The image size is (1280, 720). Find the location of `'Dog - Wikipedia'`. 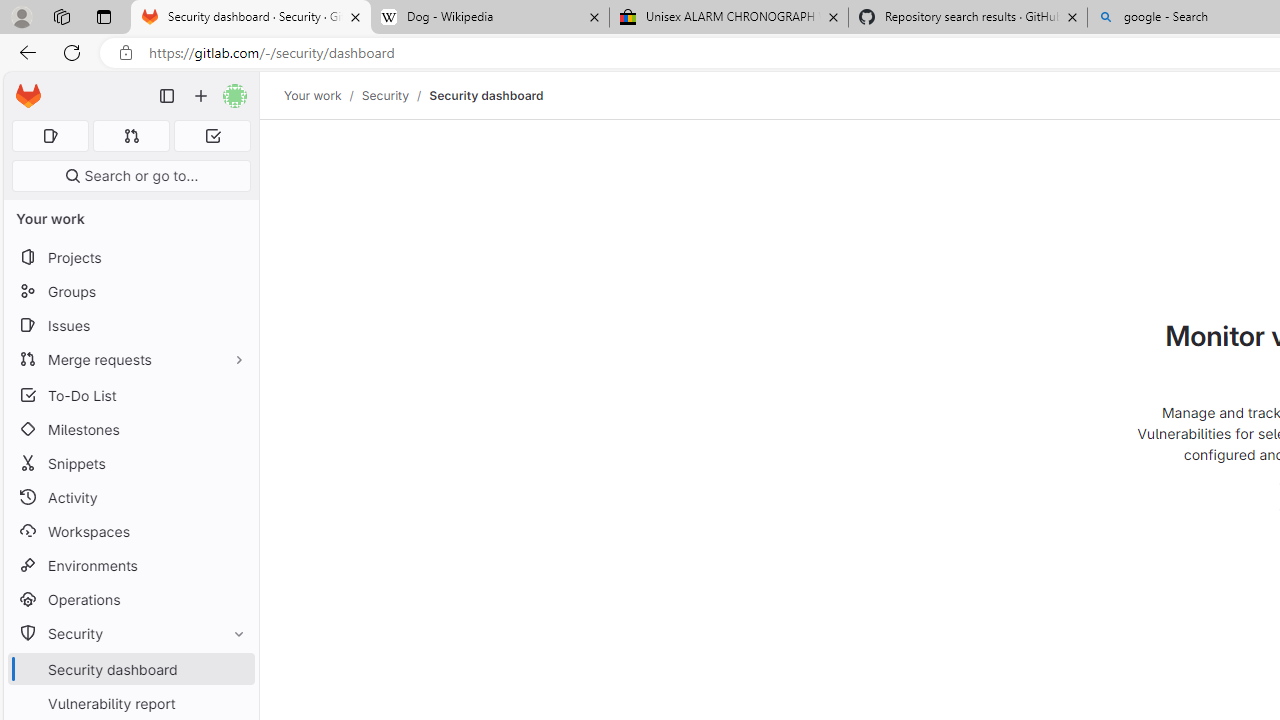

'Dog - Wikipedia' is located at coordinates (490, 17).